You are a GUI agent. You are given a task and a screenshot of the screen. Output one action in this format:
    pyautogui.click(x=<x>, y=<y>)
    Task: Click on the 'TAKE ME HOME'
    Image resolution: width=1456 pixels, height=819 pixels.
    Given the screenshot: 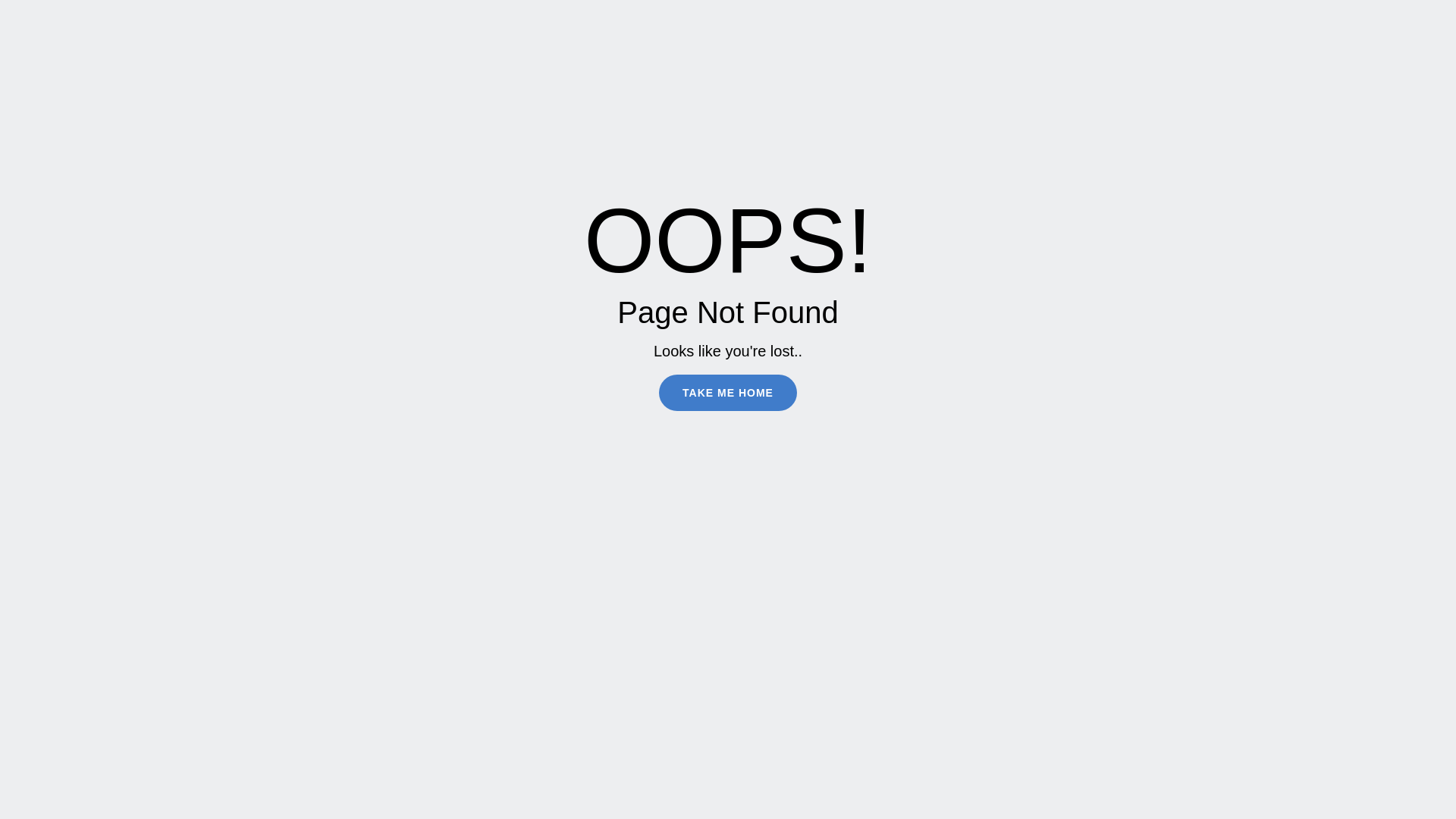 What is the action you would take?
    pyautogui.click(x=728, y=391)
    